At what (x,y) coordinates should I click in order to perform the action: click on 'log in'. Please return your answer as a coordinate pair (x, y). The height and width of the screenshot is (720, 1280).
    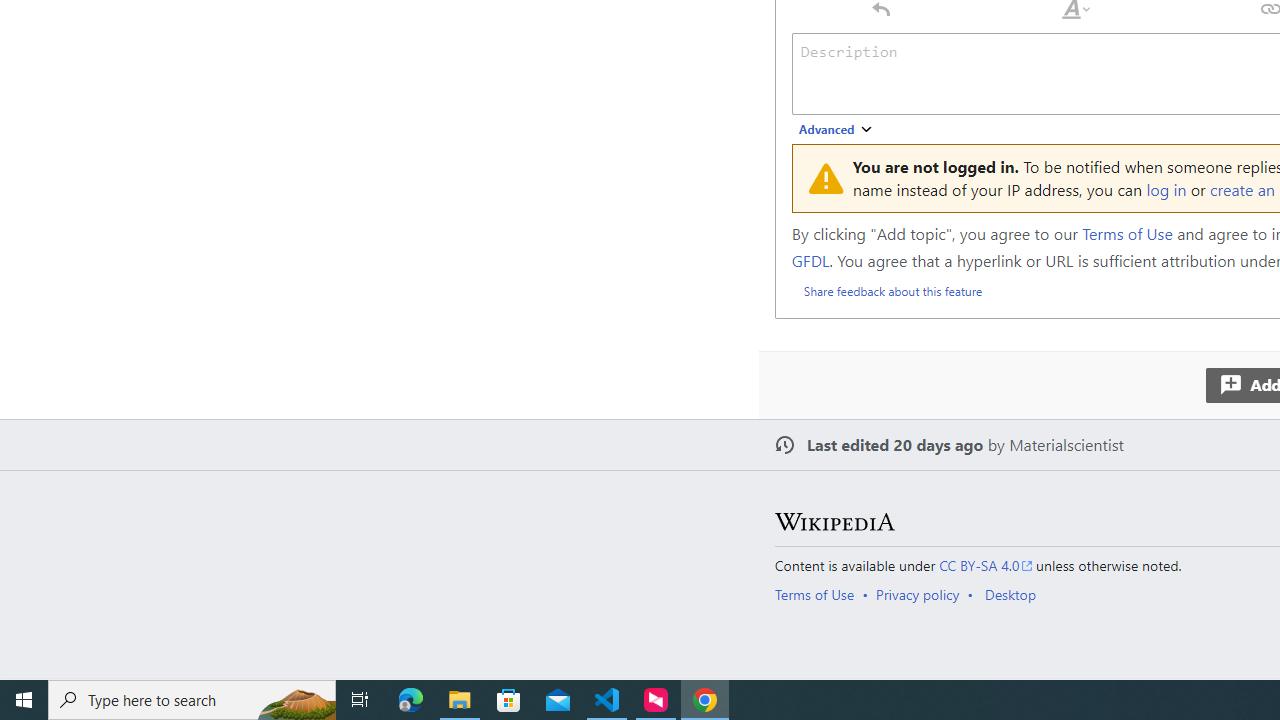
    Looking at the image, I should click on (1166, 189).